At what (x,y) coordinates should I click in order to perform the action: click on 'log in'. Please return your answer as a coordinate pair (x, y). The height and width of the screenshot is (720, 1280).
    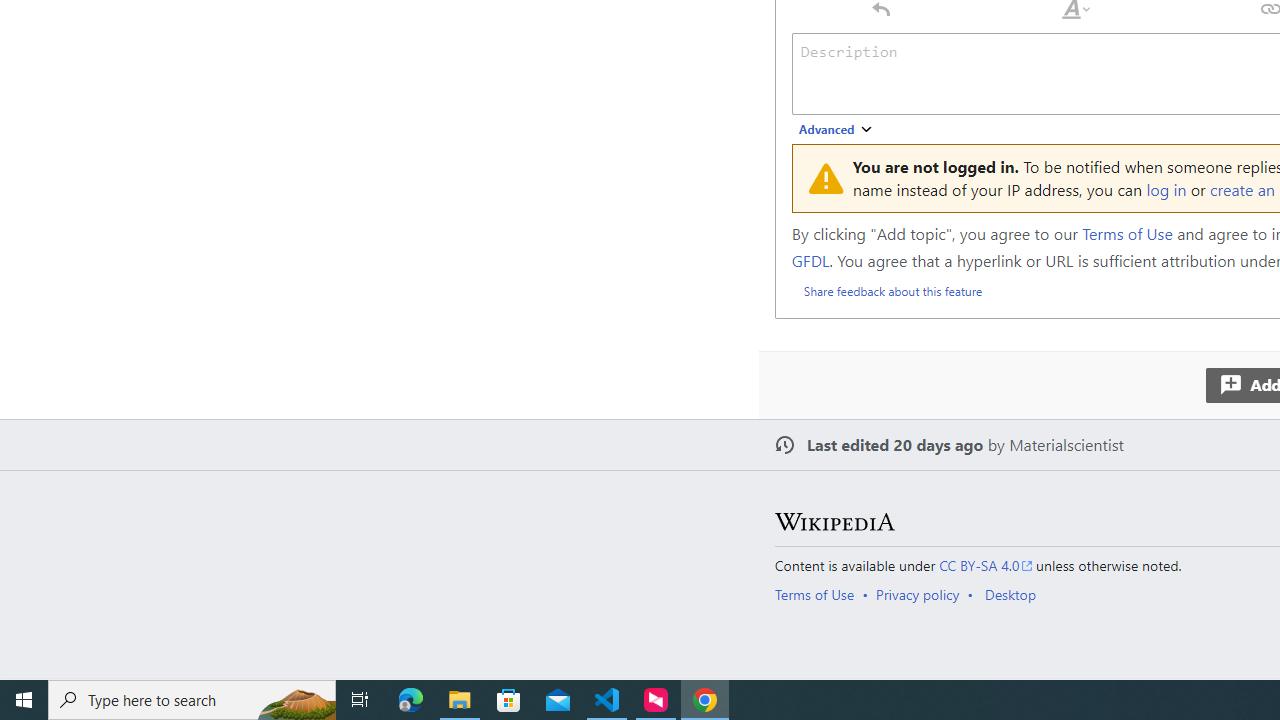
    Looking at the image, I should click on (1166, 189).